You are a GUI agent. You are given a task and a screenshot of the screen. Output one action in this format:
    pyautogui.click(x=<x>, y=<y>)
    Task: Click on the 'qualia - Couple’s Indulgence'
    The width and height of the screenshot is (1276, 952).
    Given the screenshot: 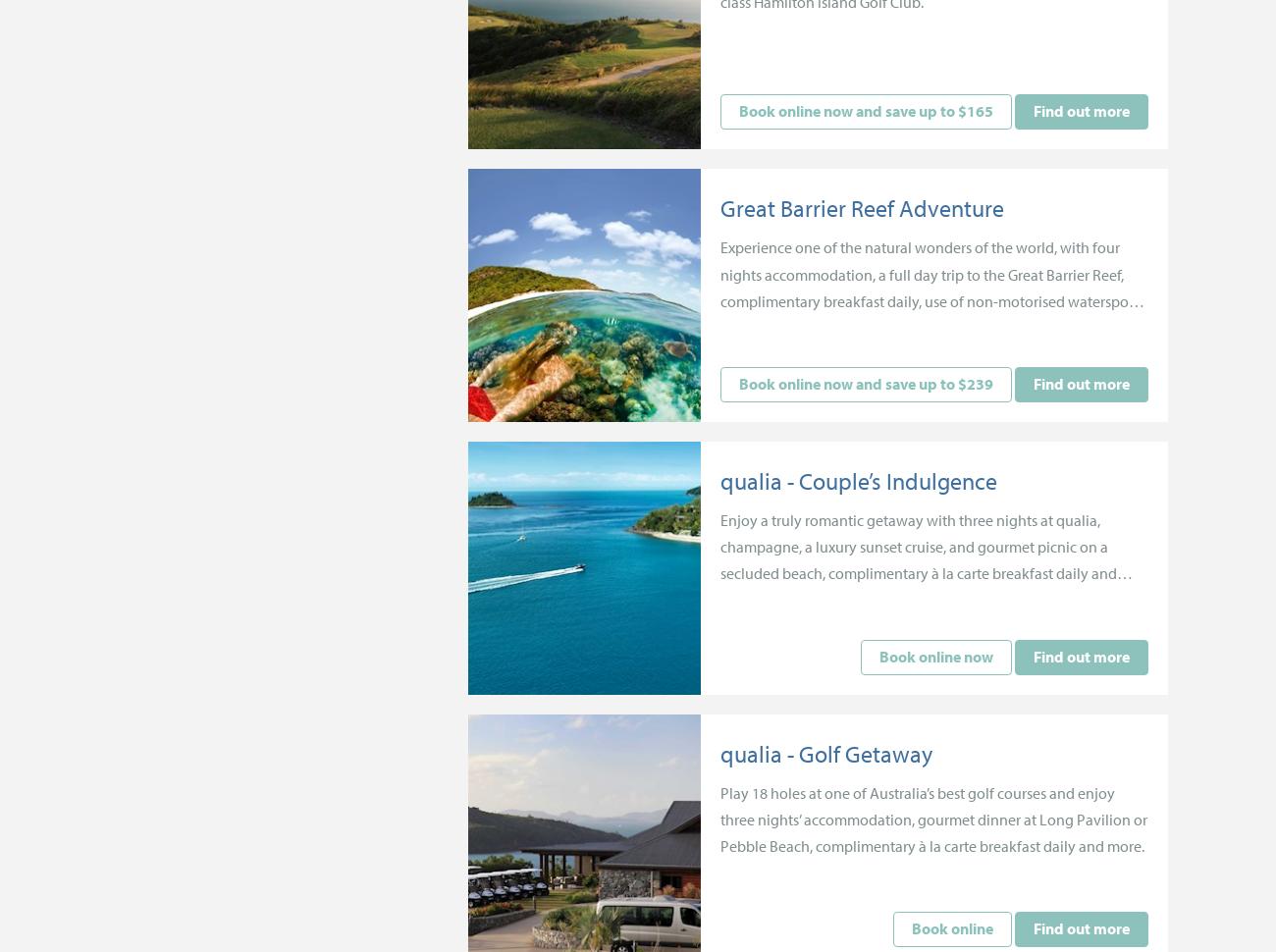 What is the action you would take?
    pyautogui.click(x=858, y=479)
    